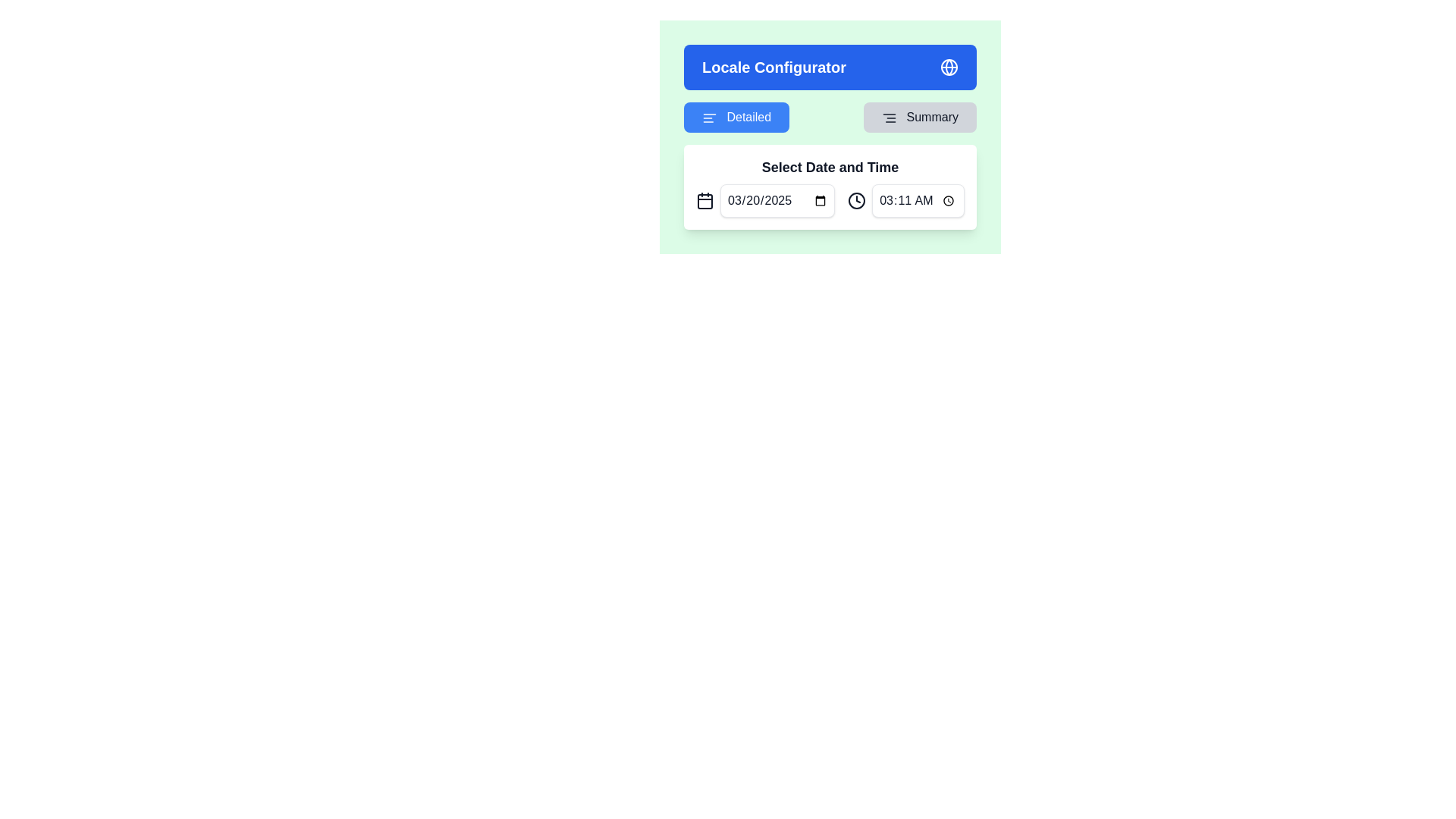 The image size is (1456, 819). What do you see at coordinates (949, 66) in the screenshot?
I see `the SVG Circle that is part of the globe icon located on the right side of the blue header bar containing 'Locale Configurator'` at bounding box center [949, 66].